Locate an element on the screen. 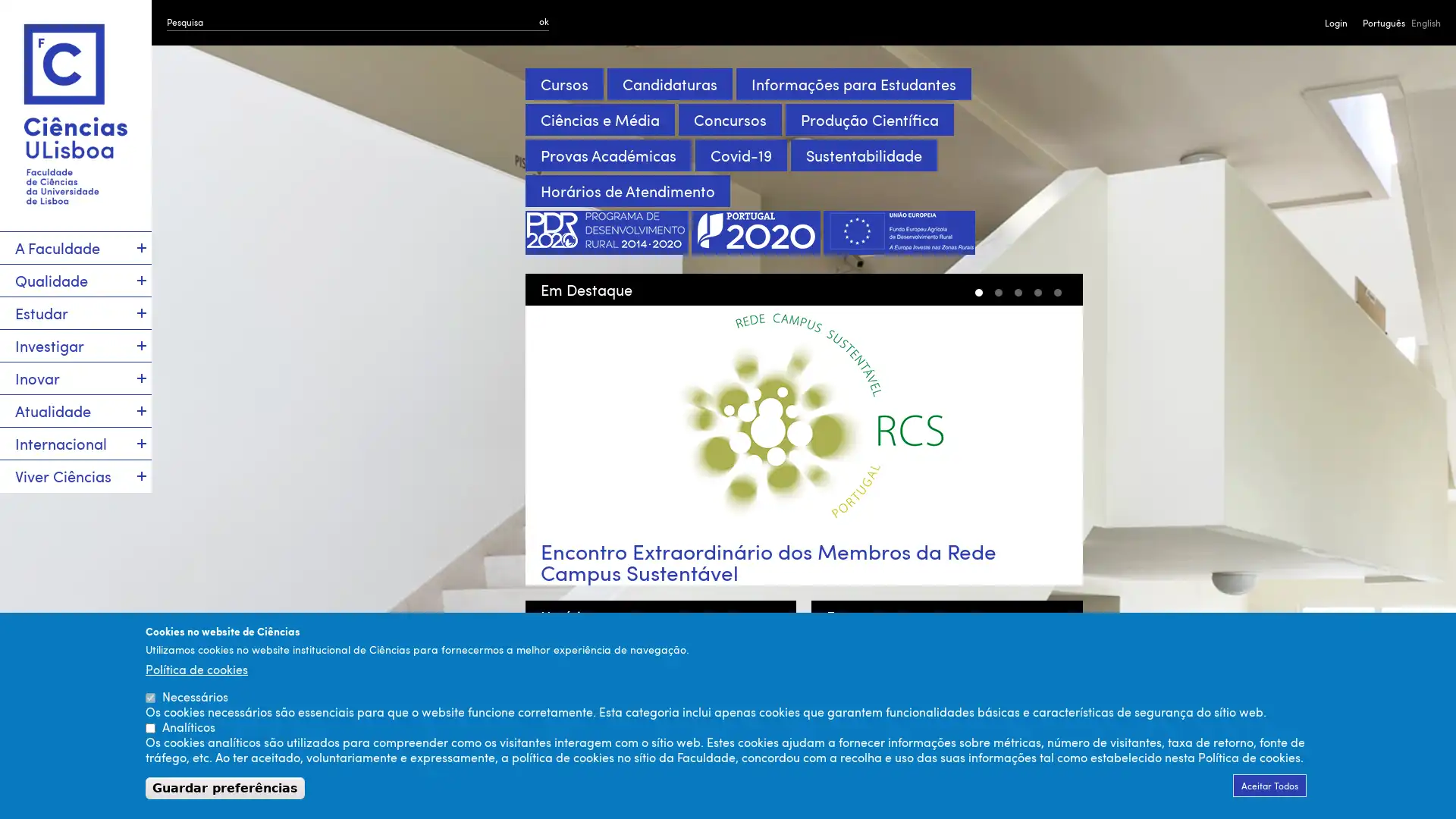  Aceitar Todos is located at coordinates (1269, 785).